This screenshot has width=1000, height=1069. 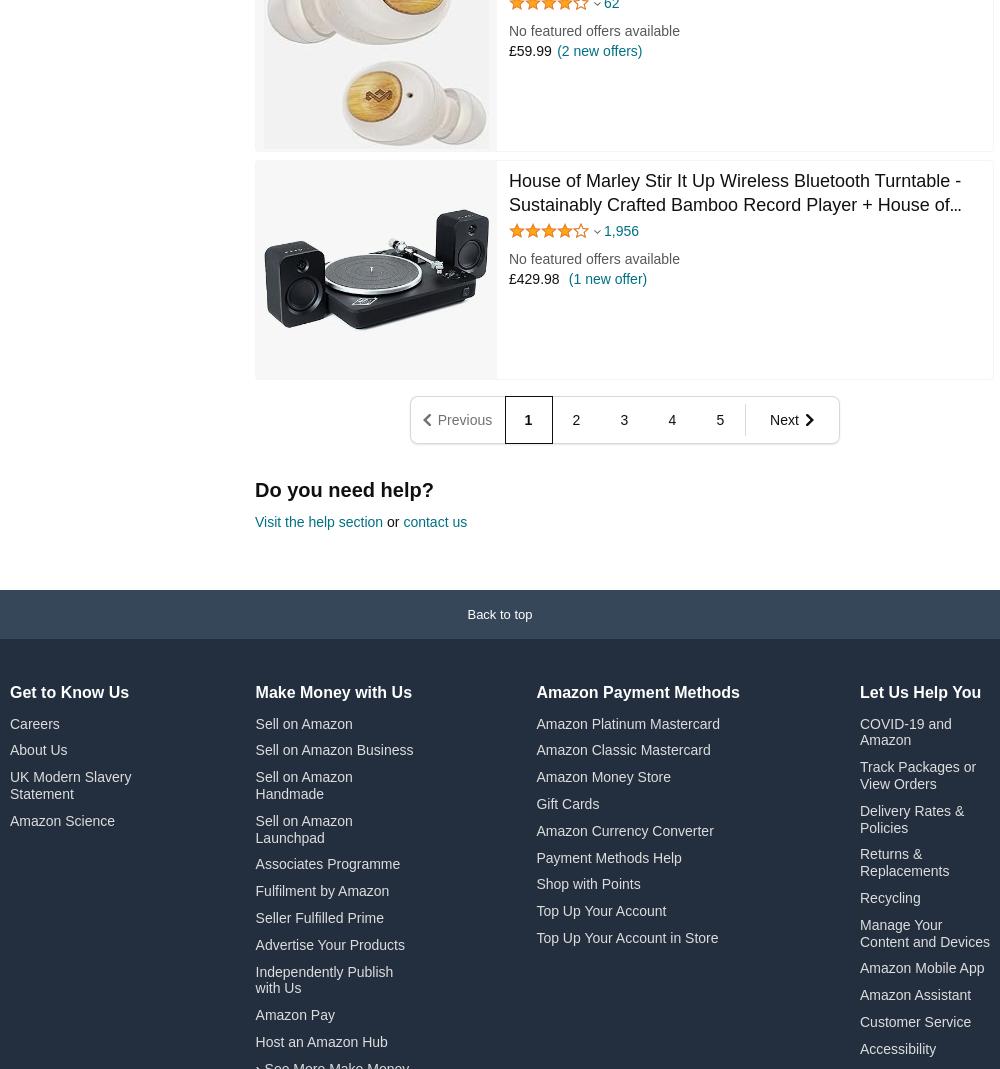 What do you see at coordinates (904, 861) in the screenshot?
I see `'Returns & Replacements'` at bounding box center [904, 861].